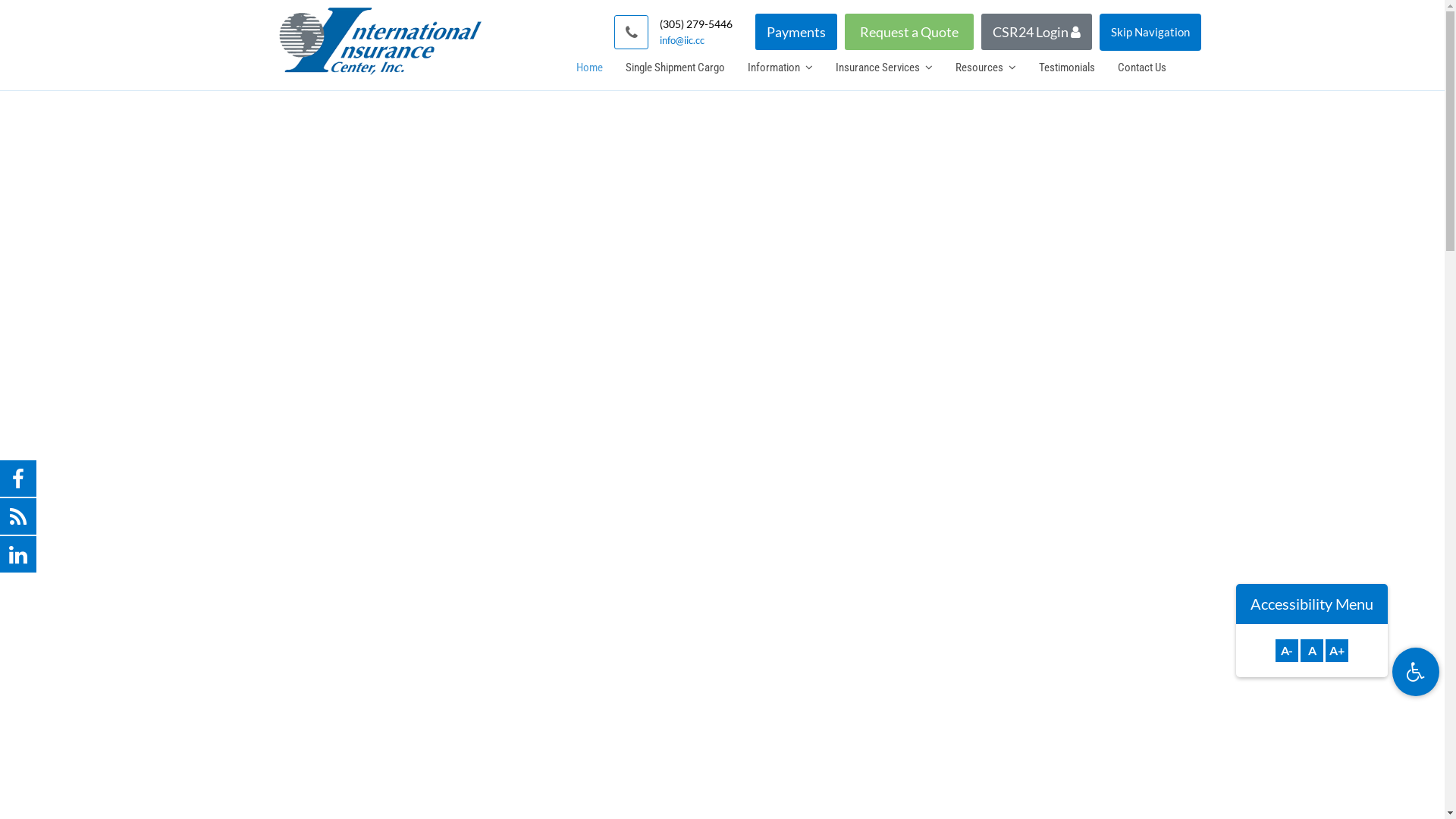  What do you see at coordinates (1336, 649) in the screenshot?
I see `'A+'` at bounding box center [1336, 649].